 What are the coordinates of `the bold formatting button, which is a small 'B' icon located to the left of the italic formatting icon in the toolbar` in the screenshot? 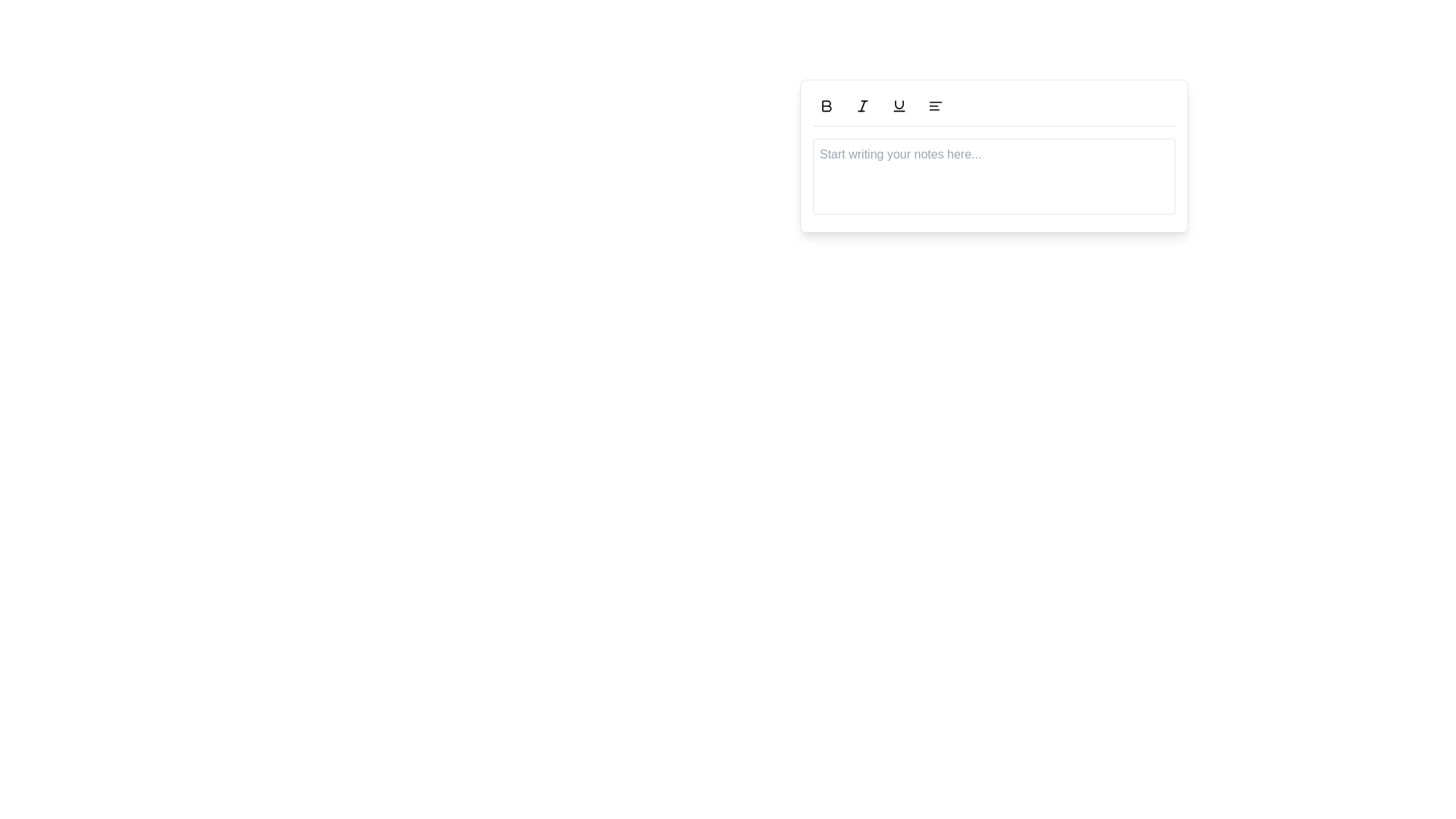 It's located at (825, 105).